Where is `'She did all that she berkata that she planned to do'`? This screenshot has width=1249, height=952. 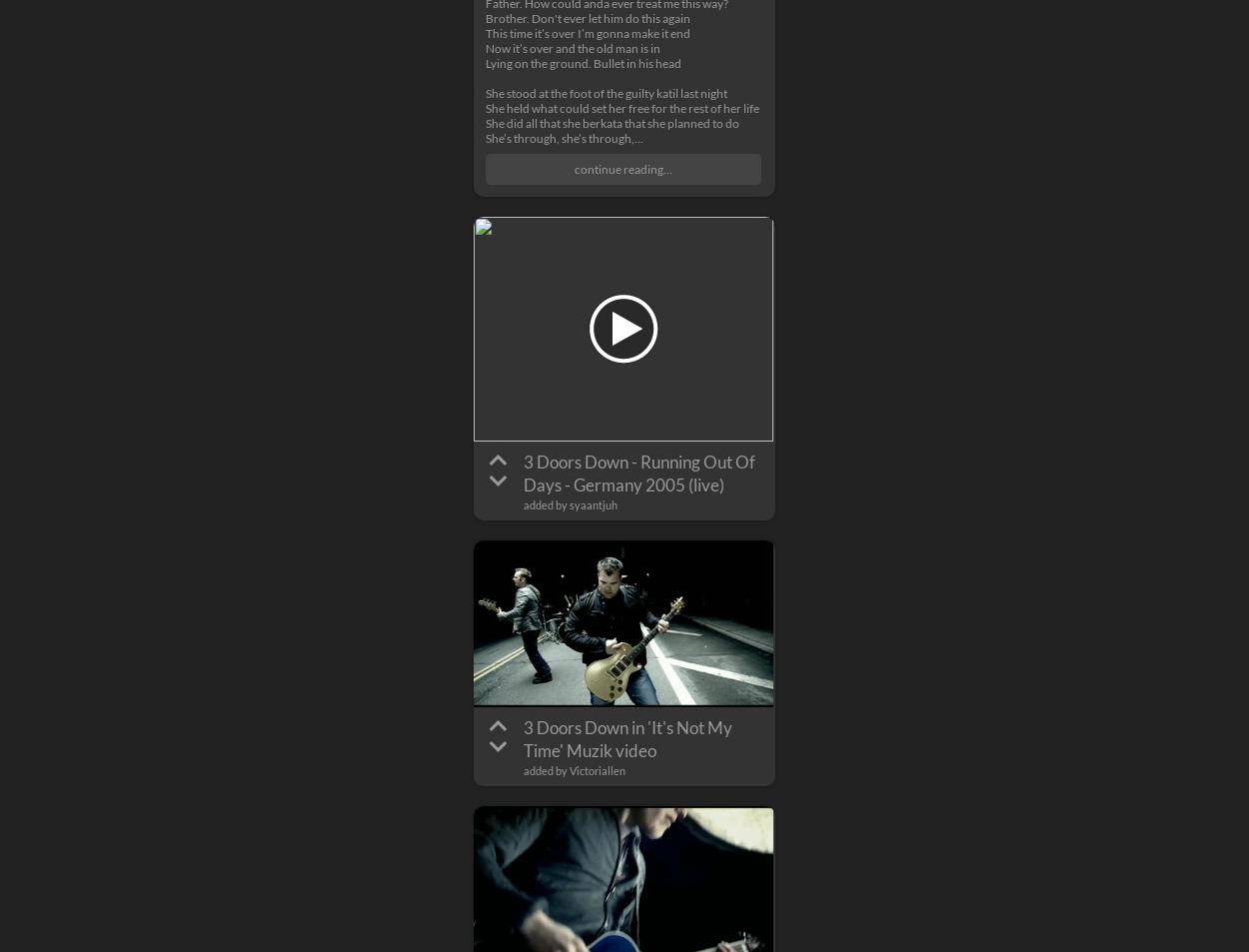 'She did all that she berkata that she planned to do' is located at coordinates (485, 122).